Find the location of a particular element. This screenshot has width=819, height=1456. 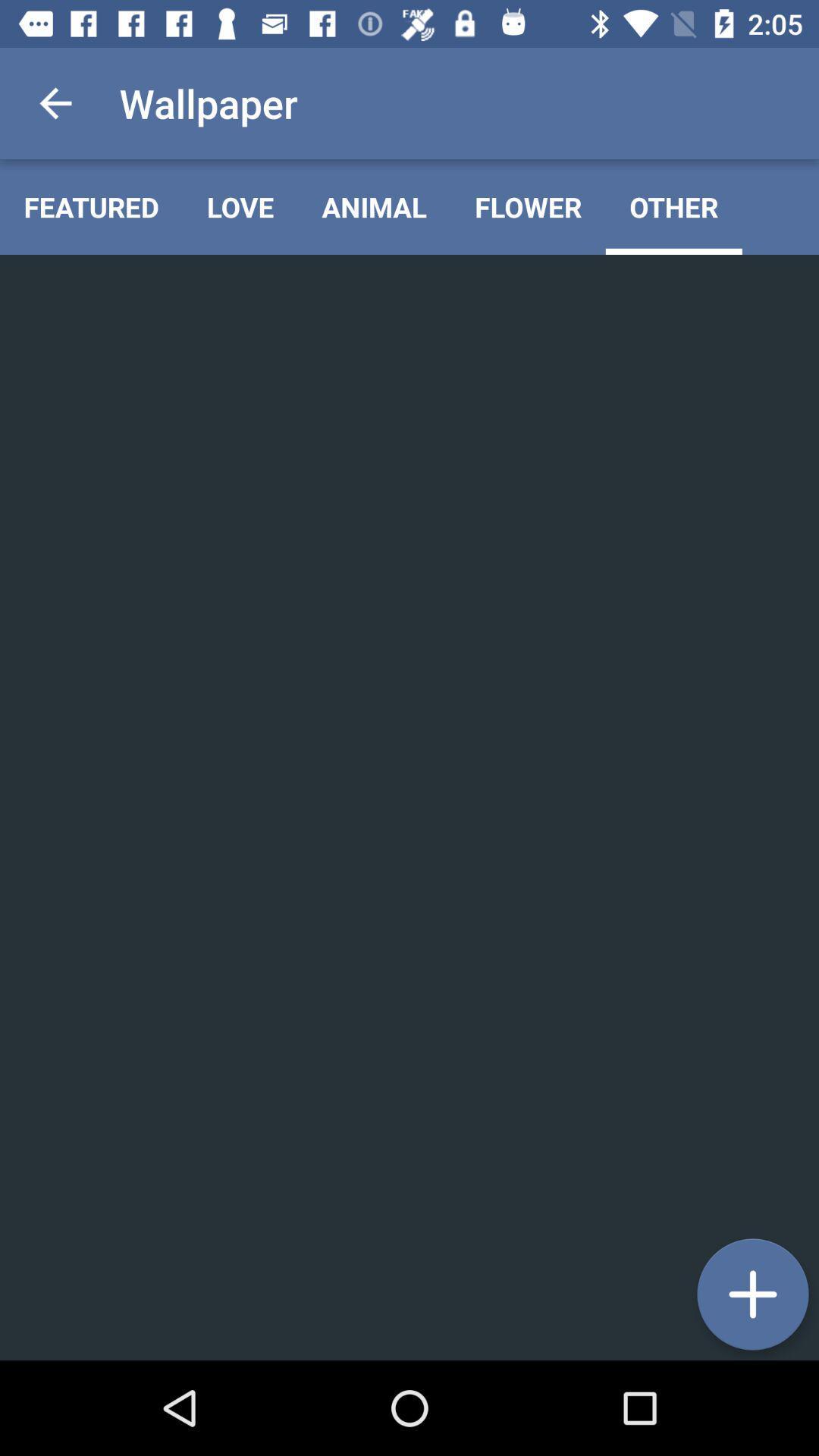

icon to the left of the love icon is located at coordinates (91, 206).